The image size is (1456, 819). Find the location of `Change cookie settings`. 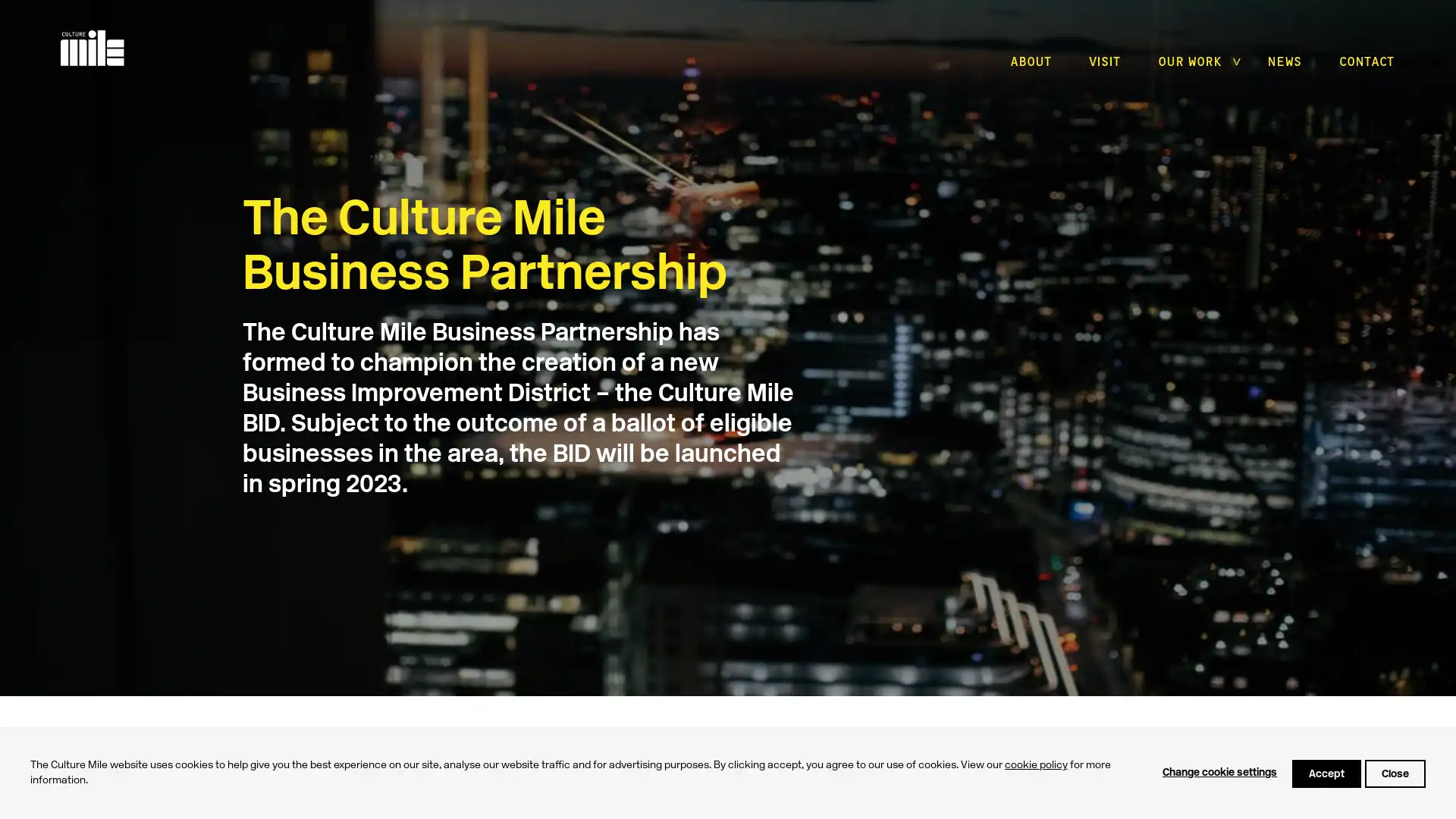

Change cookie settings is located at coordinates (1219, 773).